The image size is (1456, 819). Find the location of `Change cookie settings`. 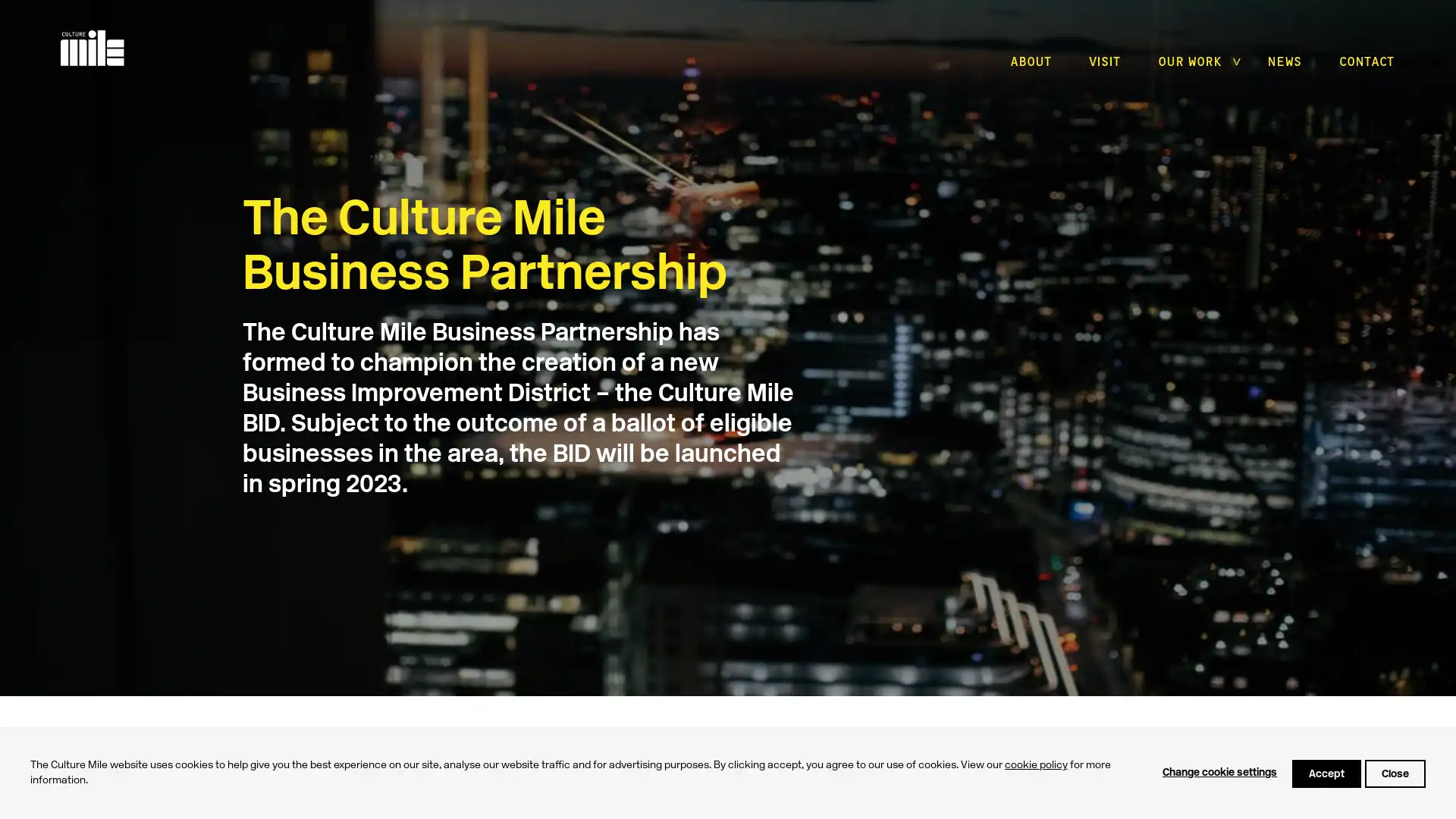

Change cookie settings is located at coordinates (1219, 773).